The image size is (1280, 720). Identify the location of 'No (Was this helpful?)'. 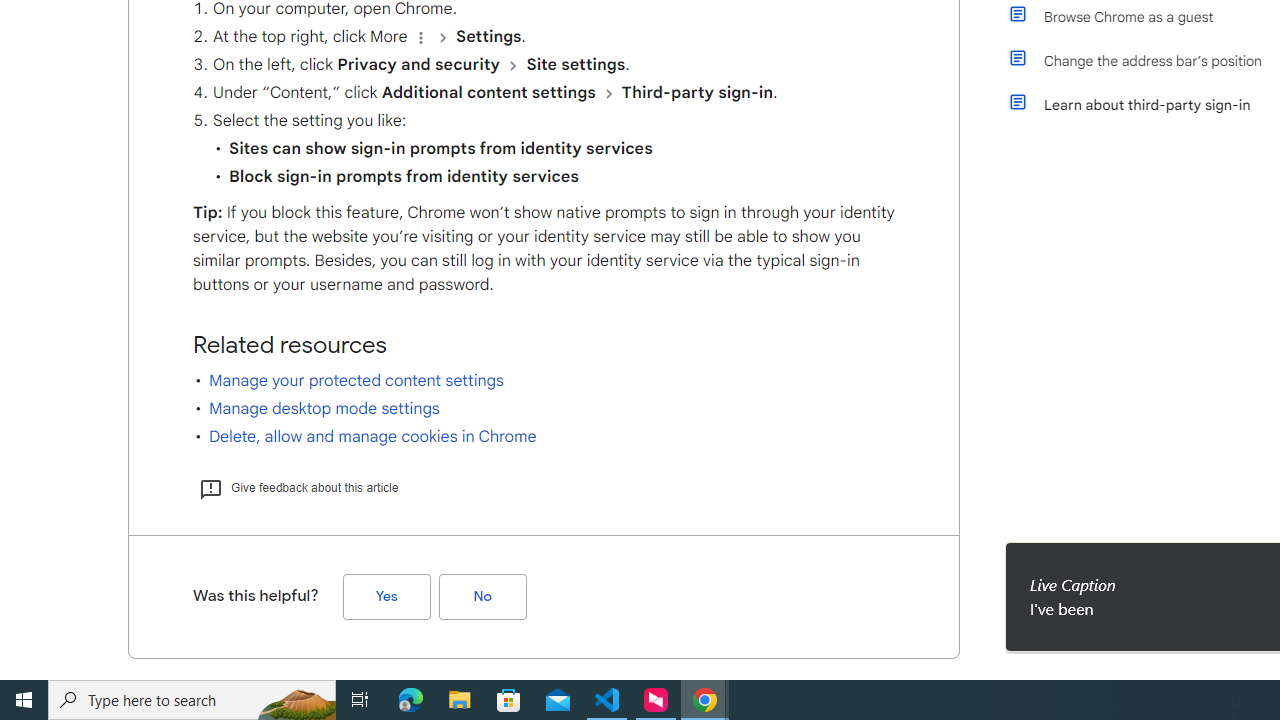
(482, 595).